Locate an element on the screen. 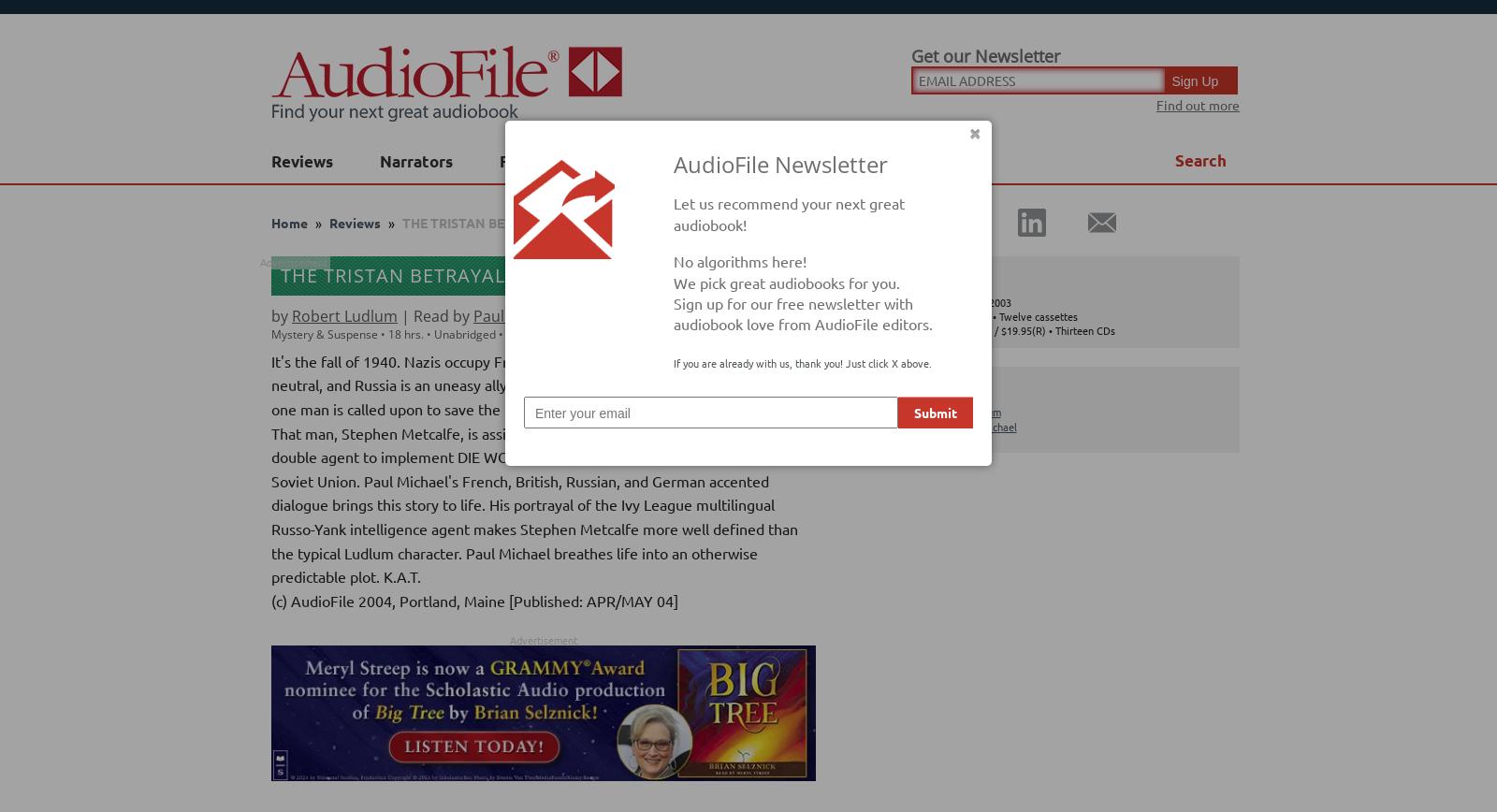  'Robert Ludlum' is located at coordinates (292, 315).